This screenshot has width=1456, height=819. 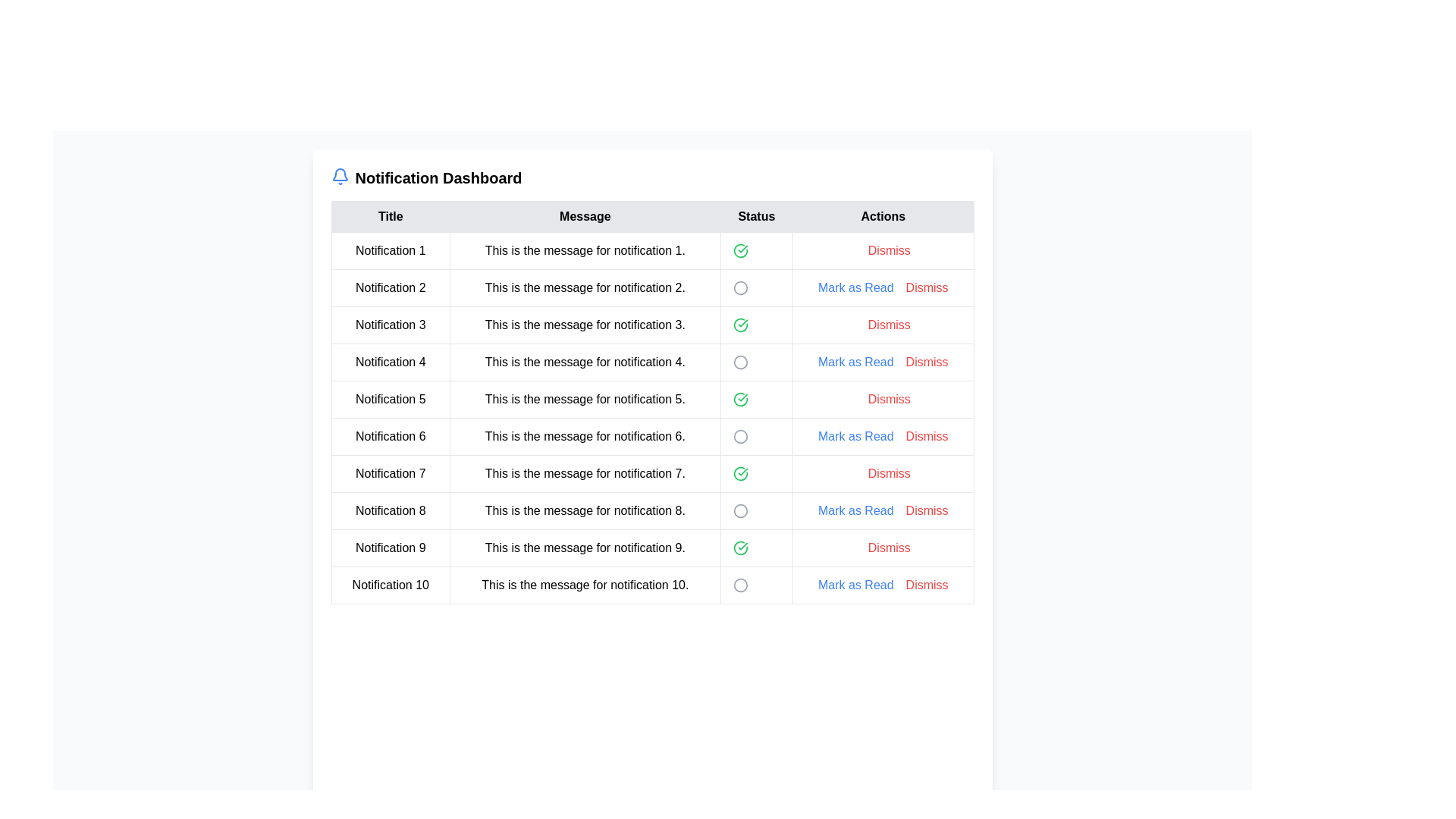 I want to click on the notification row displaying 'Notification 6', so click(x=652, y=436).